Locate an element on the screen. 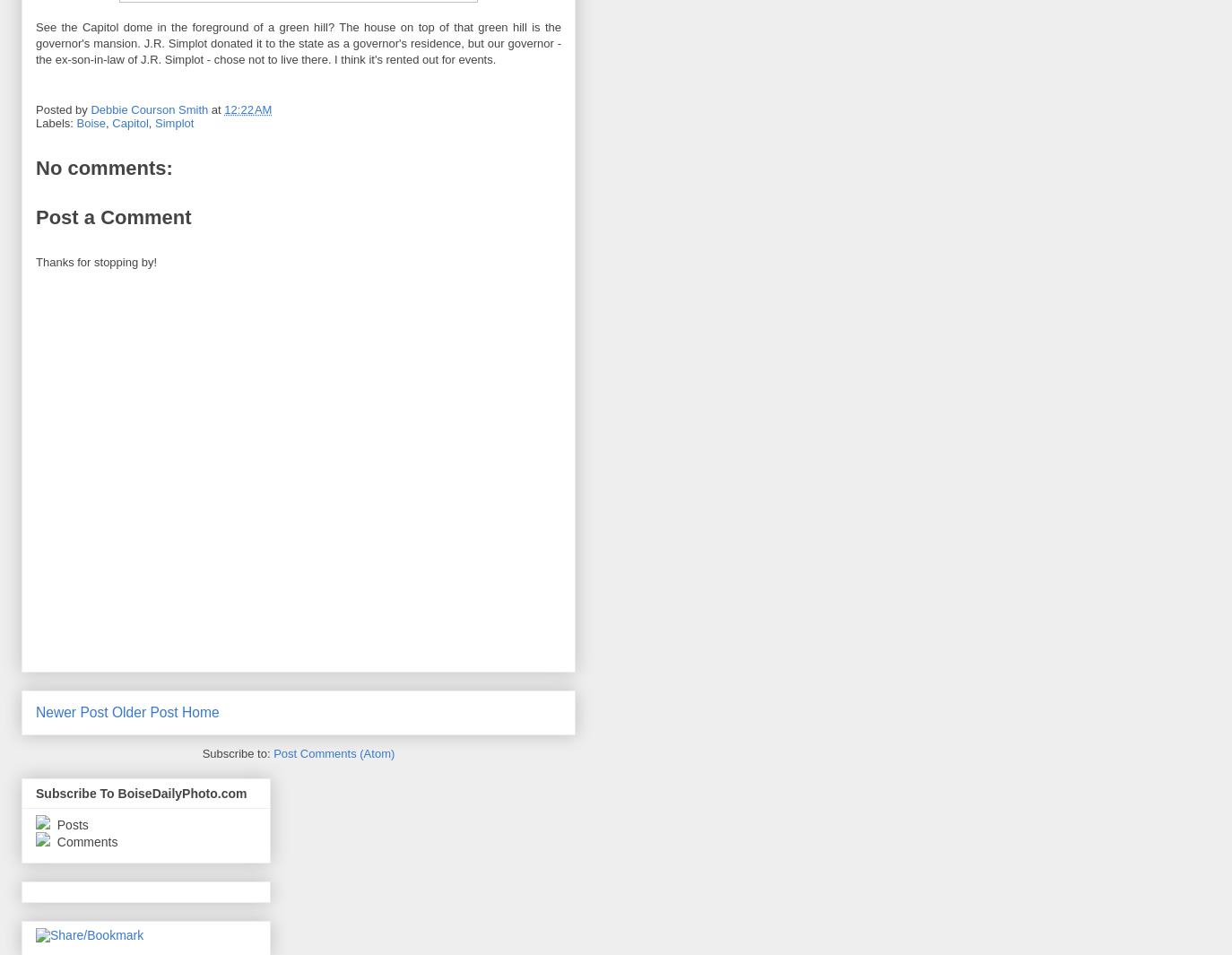  'Subscribe to:' is located at coordinates (237, 753).